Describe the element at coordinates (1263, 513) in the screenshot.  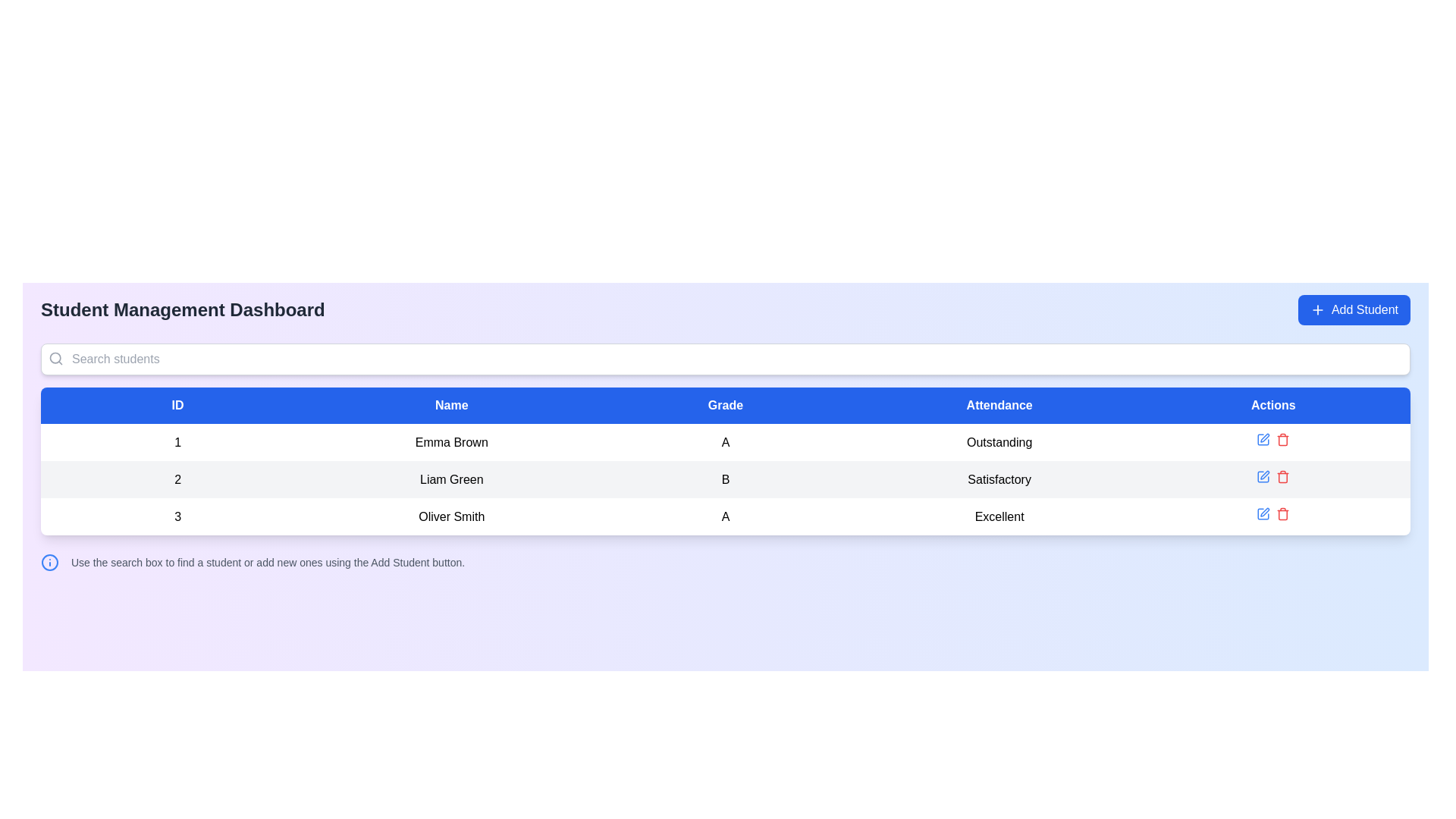
I see `the blue pen icon in the Actions column of the last row representing the student 'Oliver Smith'` at that location.